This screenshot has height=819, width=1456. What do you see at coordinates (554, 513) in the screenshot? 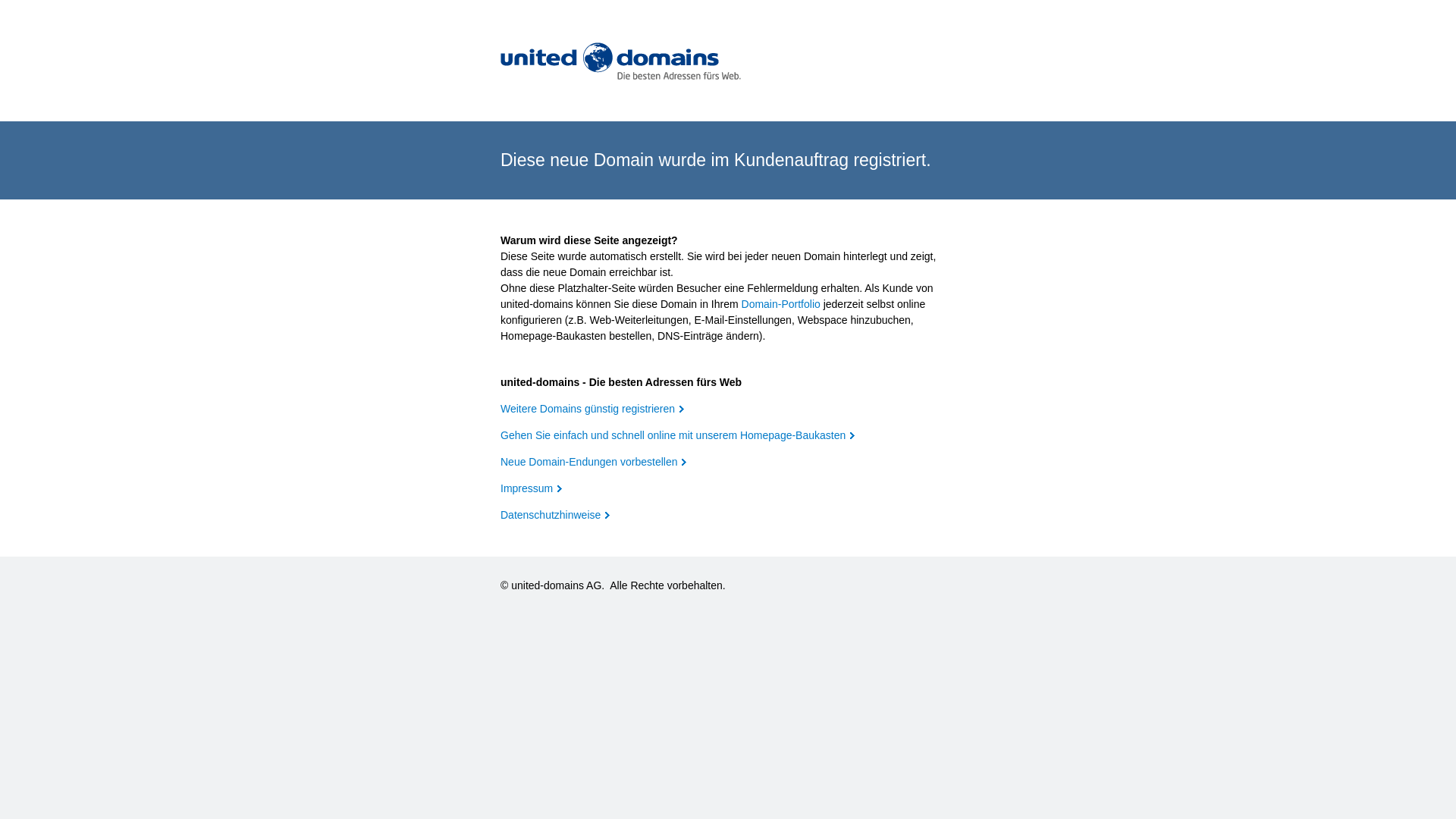
I see `'Datenschutzhinweise'` at bounding box center [554, 513].